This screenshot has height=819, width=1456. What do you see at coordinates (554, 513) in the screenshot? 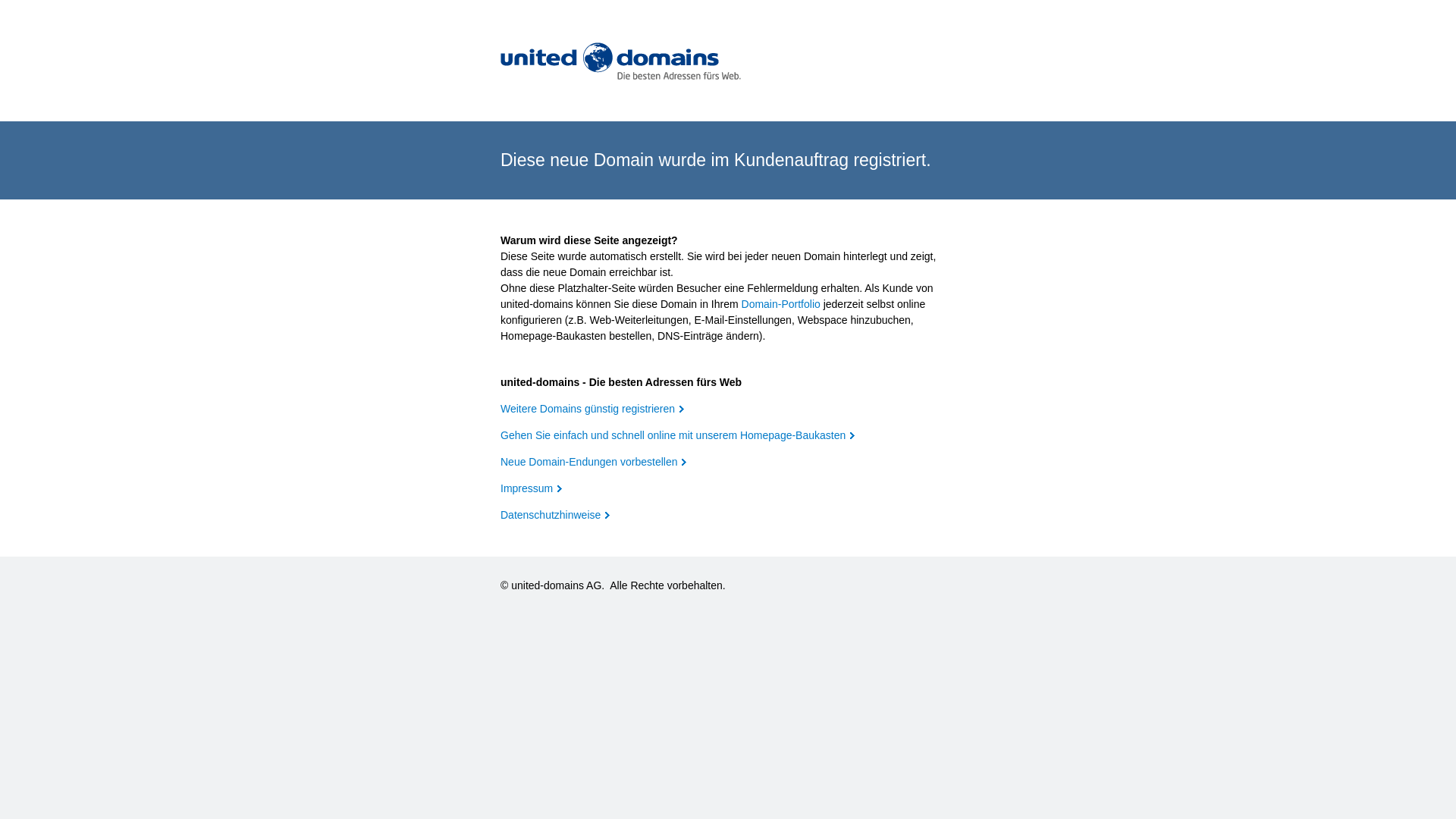
I see `'Datenschutzhinweise'` at bounding box center [554, 513].